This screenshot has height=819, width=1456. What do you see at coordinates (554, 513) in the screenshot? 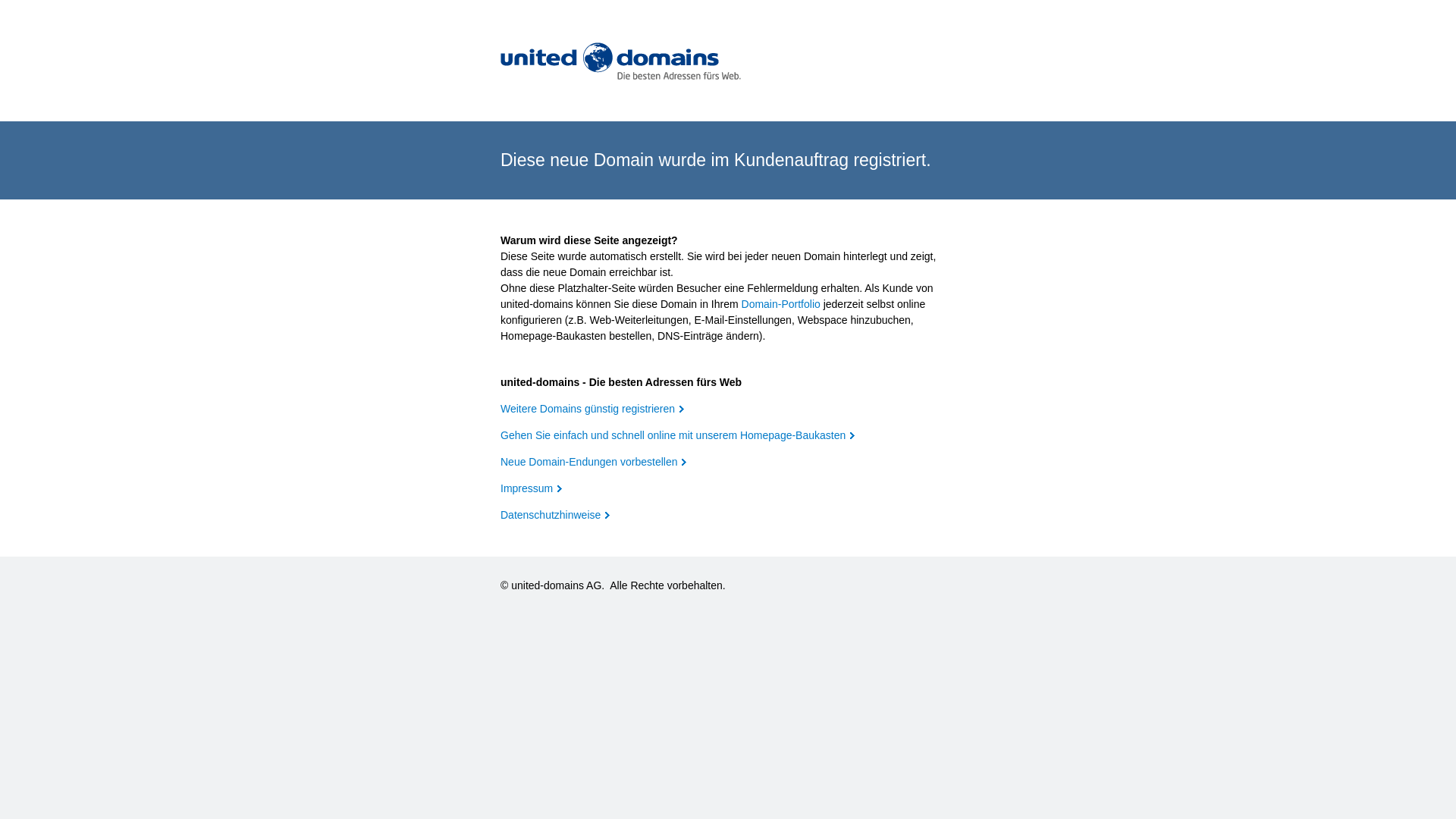
I see `'Datenschutzhinweise'` at bounding box center [554, 513].